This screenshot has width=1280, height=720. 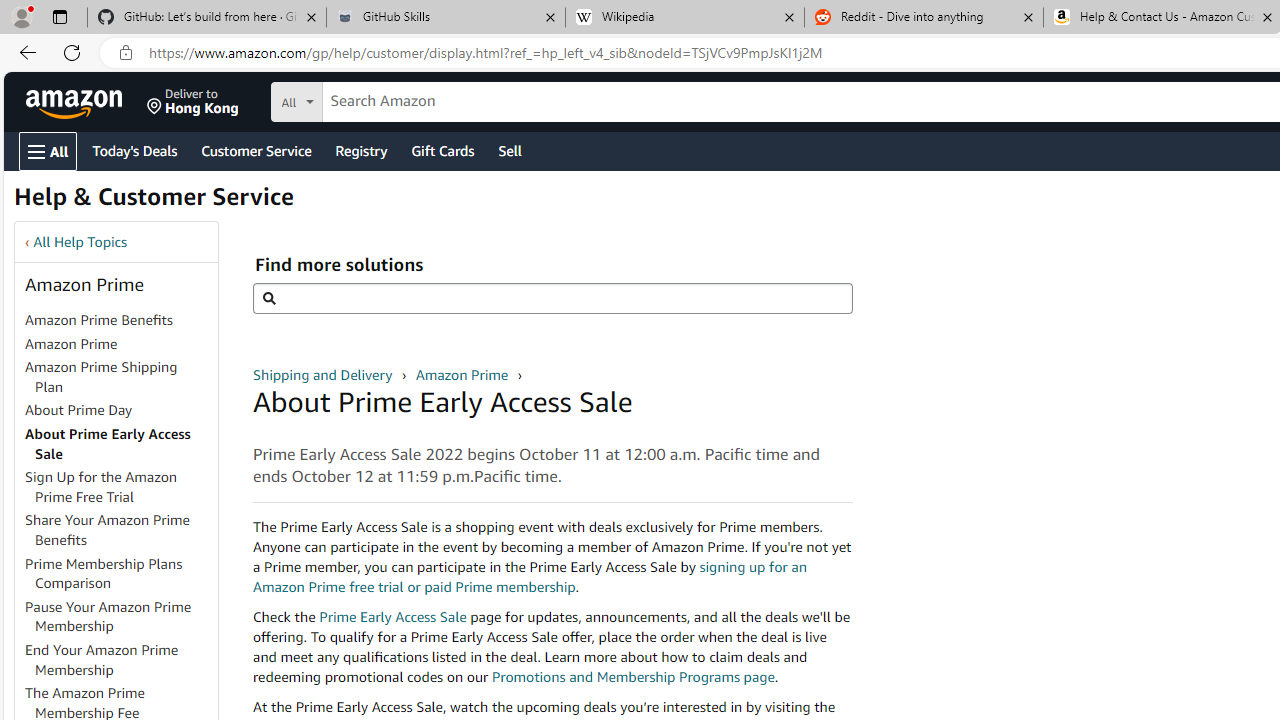 What do you see at coordinates (684, 17) in the screenshot?
I see `'Wikipedia'` at bounding box center [684, 17].